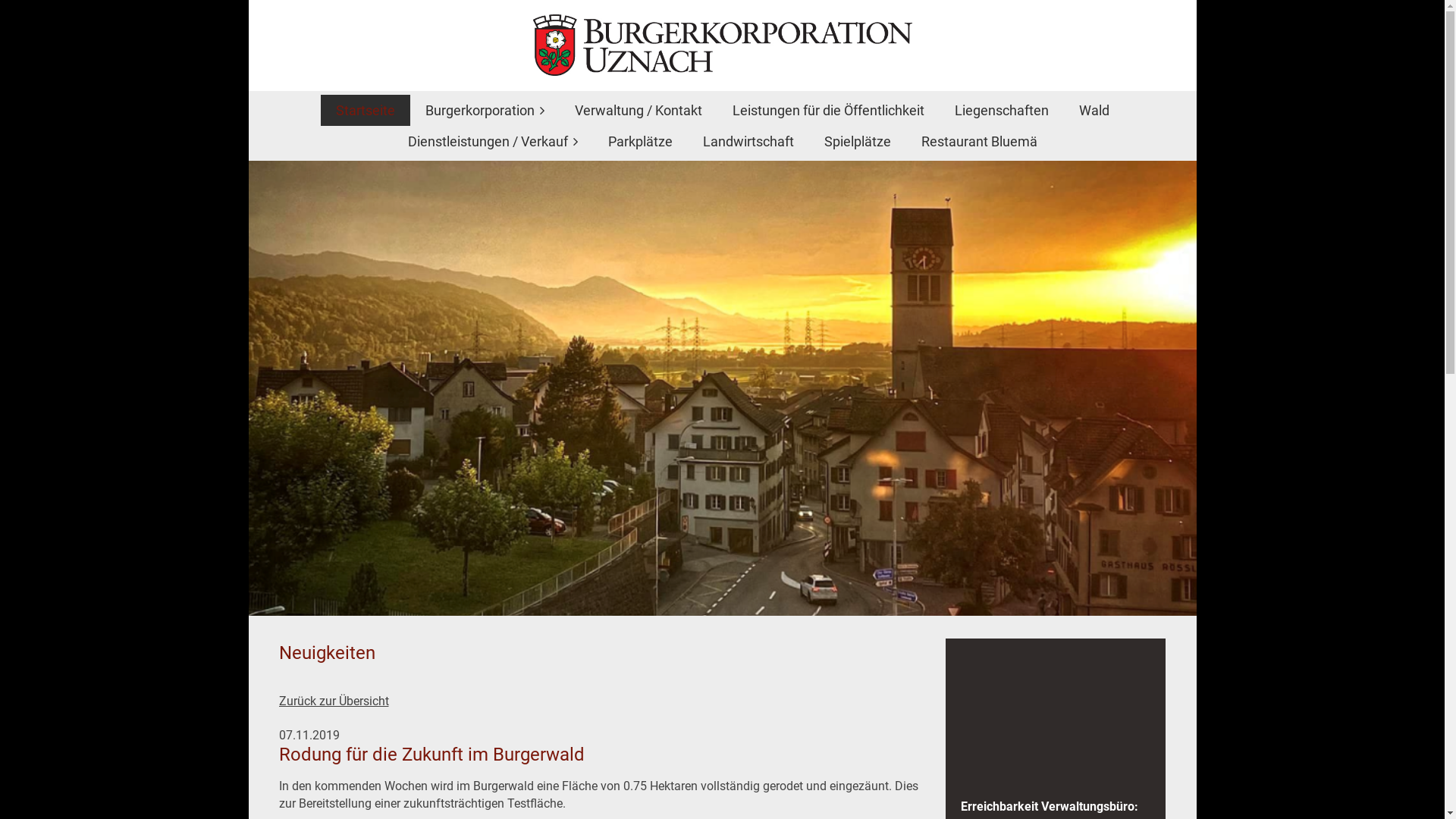 The width and height of the screenshot is (1456, 819). Describe the element at coordinates (483, 109) in the screenshot. I see `'Burgerkorporation'` at that location.